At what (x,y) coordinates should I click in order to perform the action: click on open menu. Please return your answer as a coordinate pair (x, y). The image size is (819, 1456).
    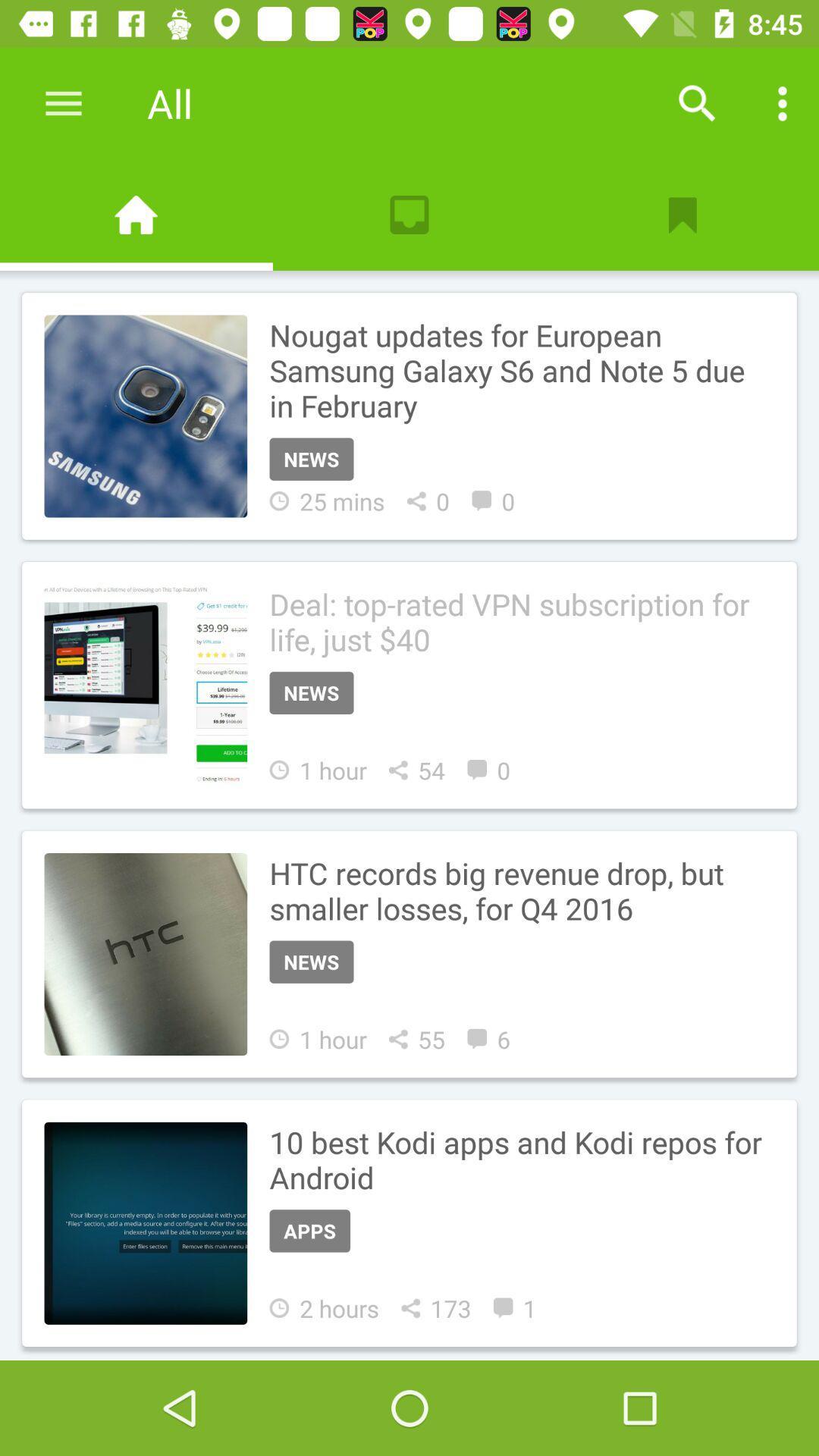
    Looking at the image, I should click on (63, 102).